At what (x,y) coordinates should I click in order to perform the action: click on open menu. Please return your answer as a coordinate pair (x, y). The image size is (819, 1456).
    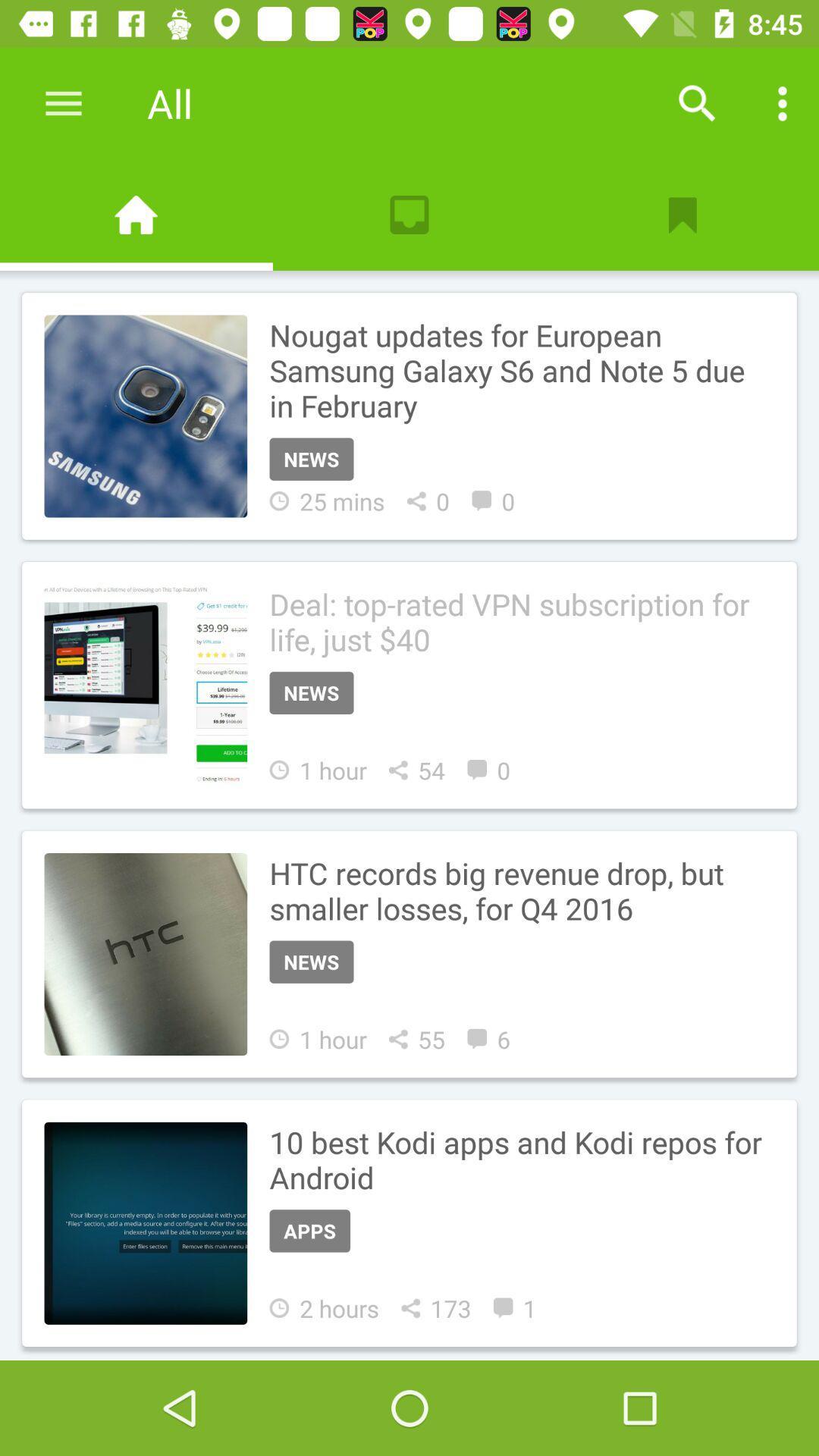
    Looking at the image, I should click on (63, 102).